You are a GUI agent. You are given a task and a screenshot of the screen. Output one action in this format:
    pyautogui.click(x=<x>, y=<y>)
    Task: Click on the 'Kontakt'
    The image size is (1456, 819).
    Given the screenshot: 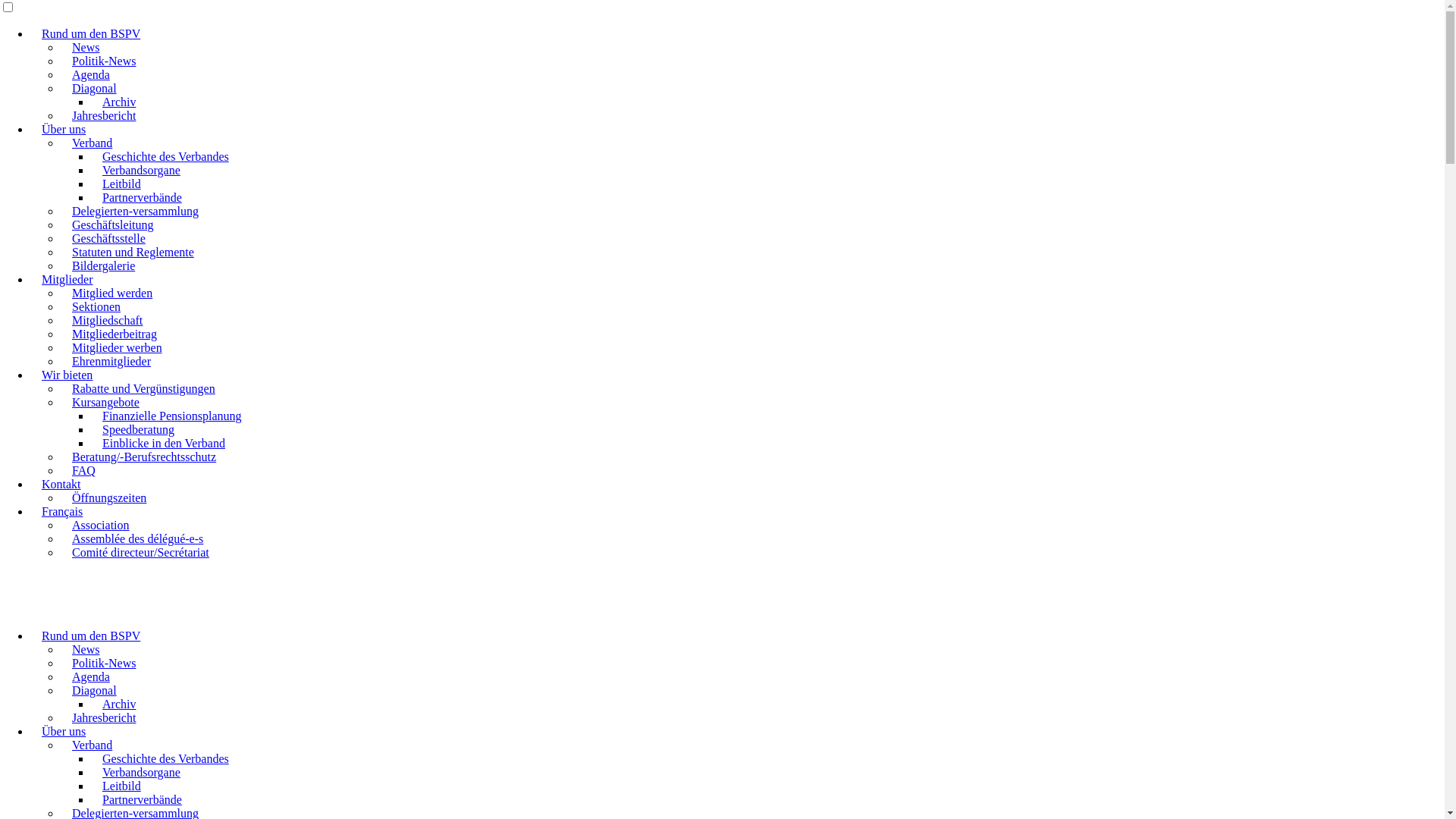 What is the action you would take?
    pyautogui.click(x=61, y=484)
    